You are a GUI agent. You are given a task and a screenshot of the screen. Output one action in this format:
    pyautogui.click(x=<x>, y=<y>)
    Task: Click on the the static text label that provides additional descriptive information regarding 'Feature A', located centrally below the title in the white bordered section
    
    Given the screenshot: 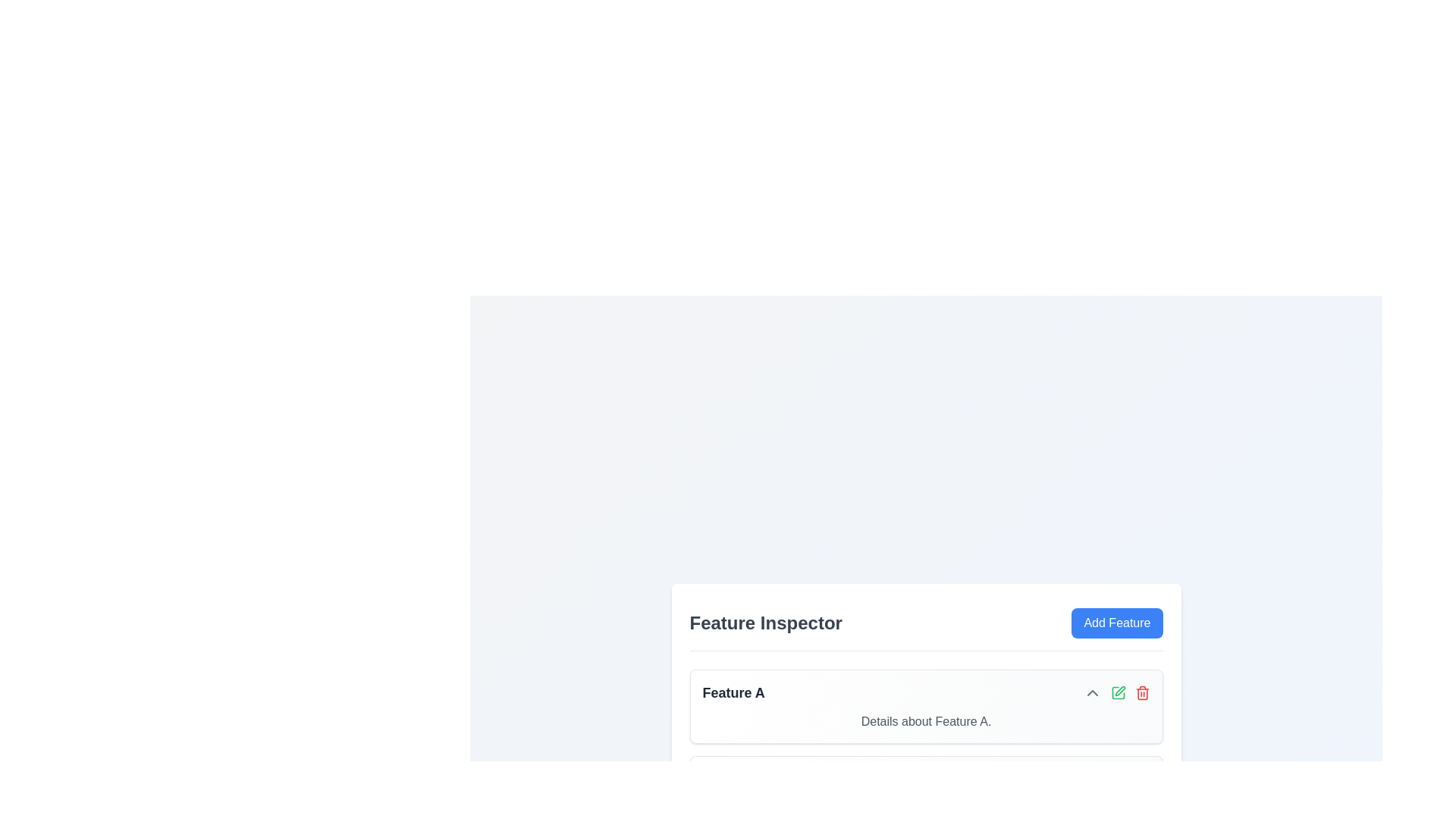 What is the action you would take?
    pyautogui.click(x=925, y=720)
    